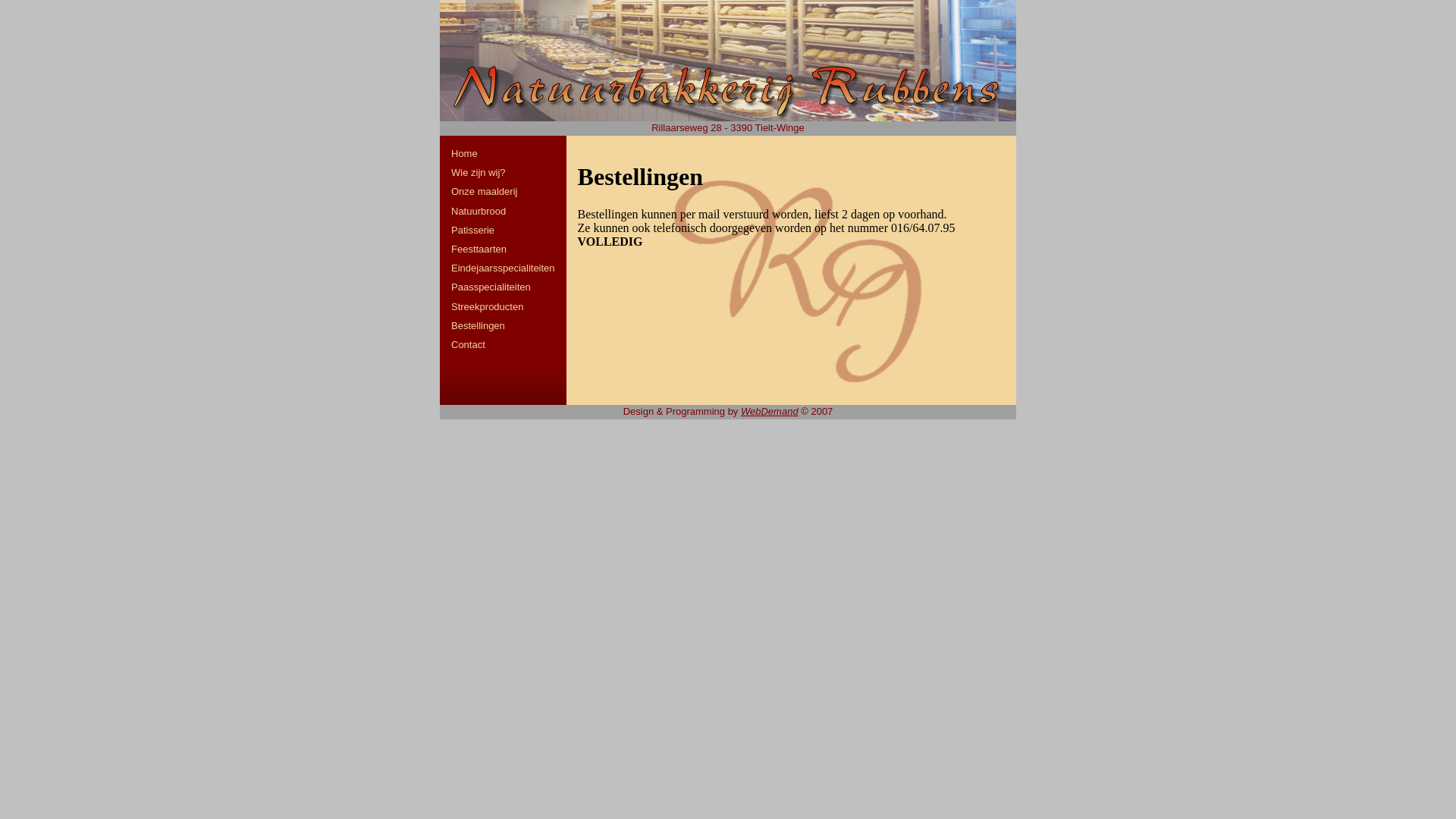 This screenshot has height=819, width=1456. What do you see at coordinates (477, 171) in the screenshot?
I see `'Wie zijn wij?'` at bounding box center [477, 171].